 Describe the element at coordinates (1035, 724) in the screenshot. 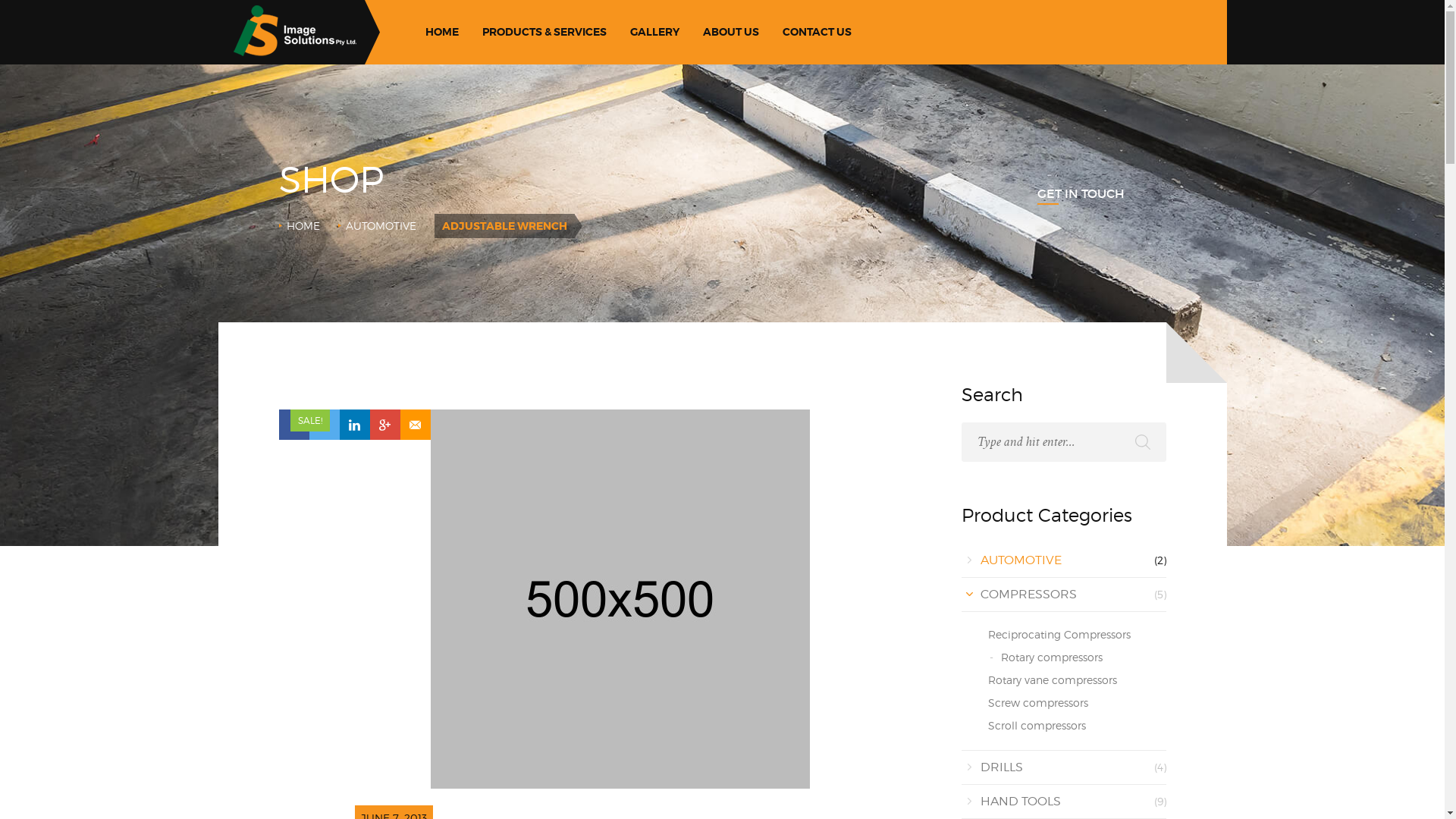

I see `'Scroll compressors'` at that location.